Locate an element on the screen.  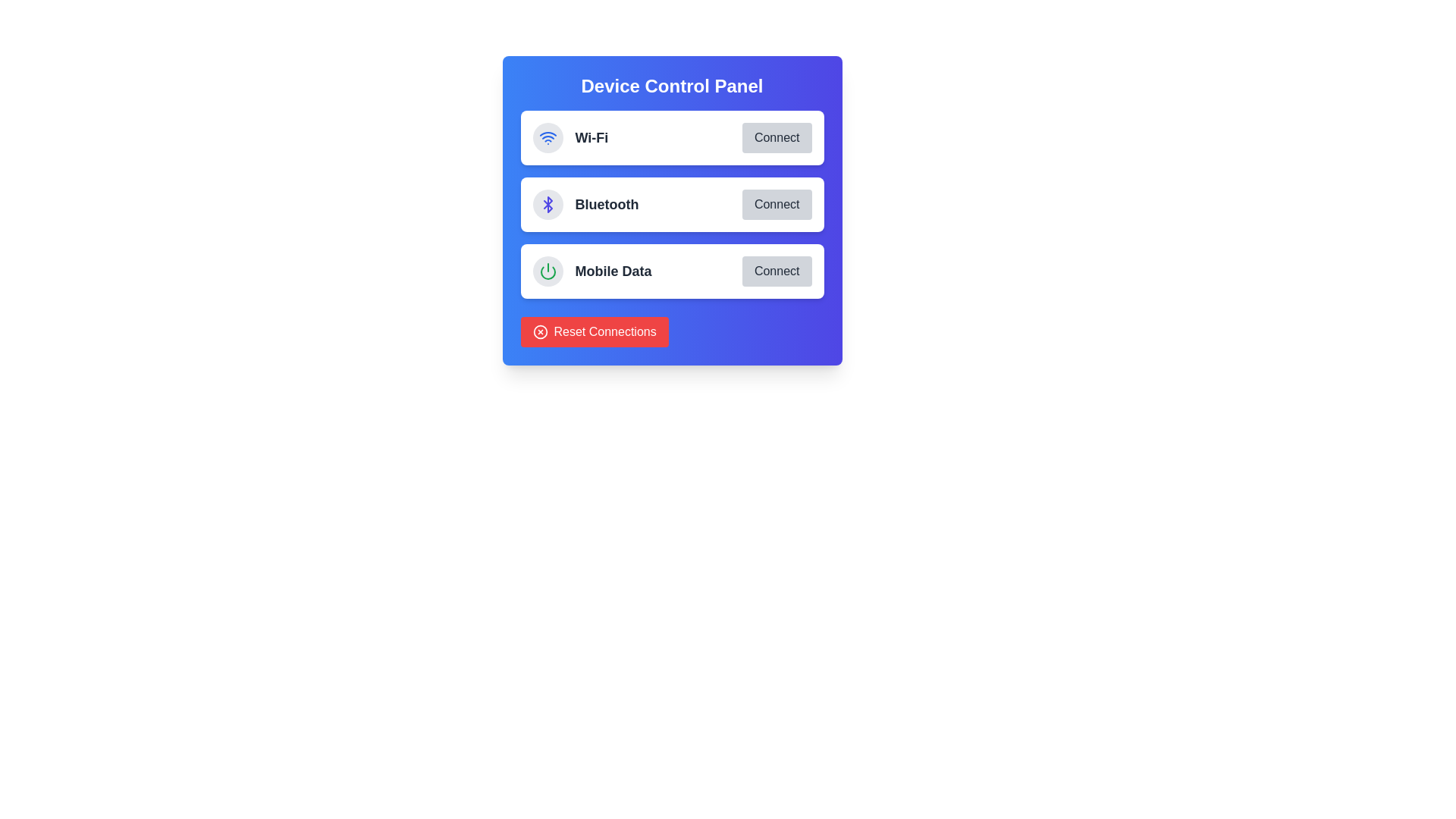
the Bluetooth icon in the Device Control Panel, located to the left of the 'Bluetooth' label and 'Connect' button is located at coordinates (547, 205).